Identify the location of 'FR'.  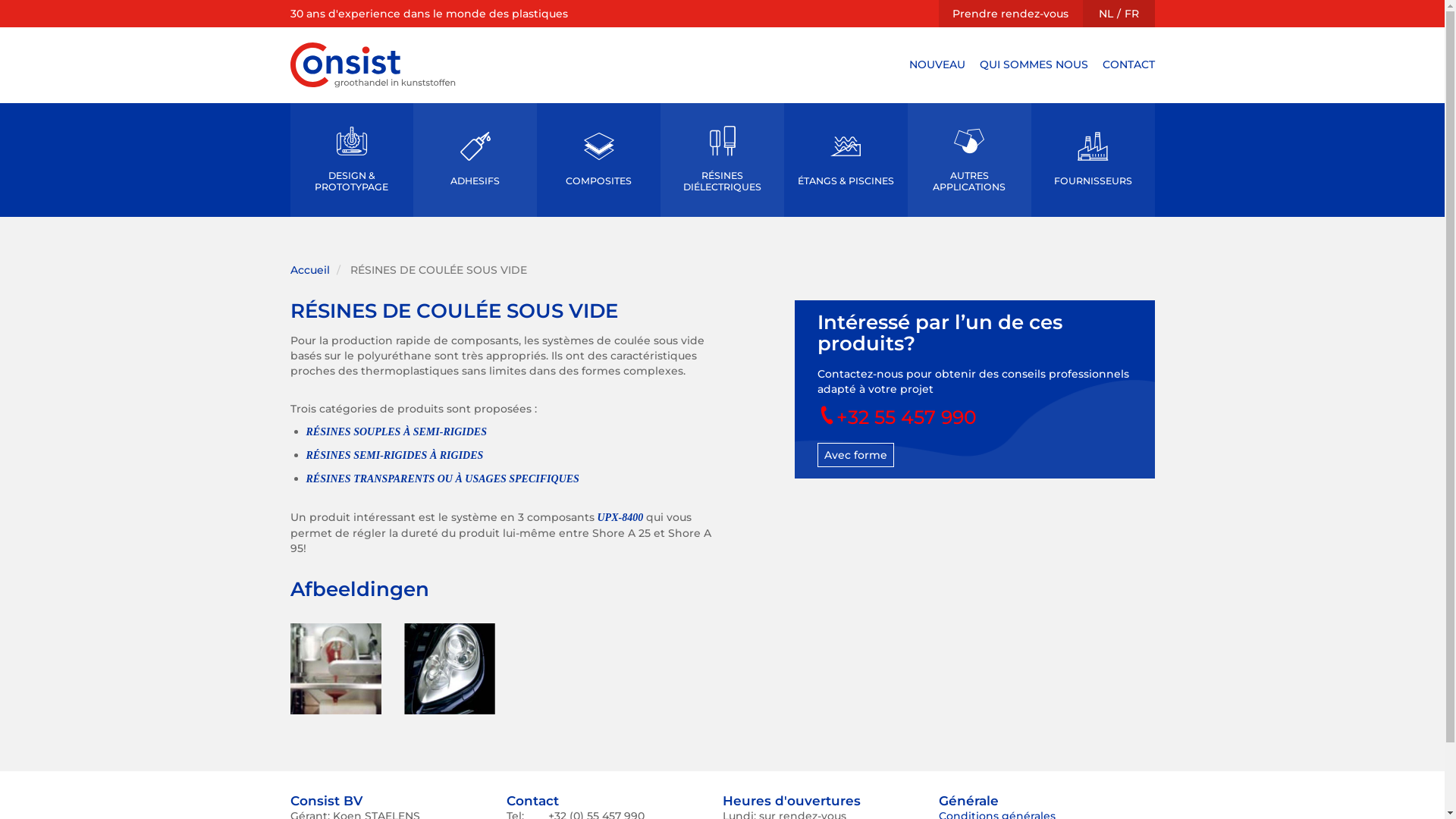
(1124, 14).